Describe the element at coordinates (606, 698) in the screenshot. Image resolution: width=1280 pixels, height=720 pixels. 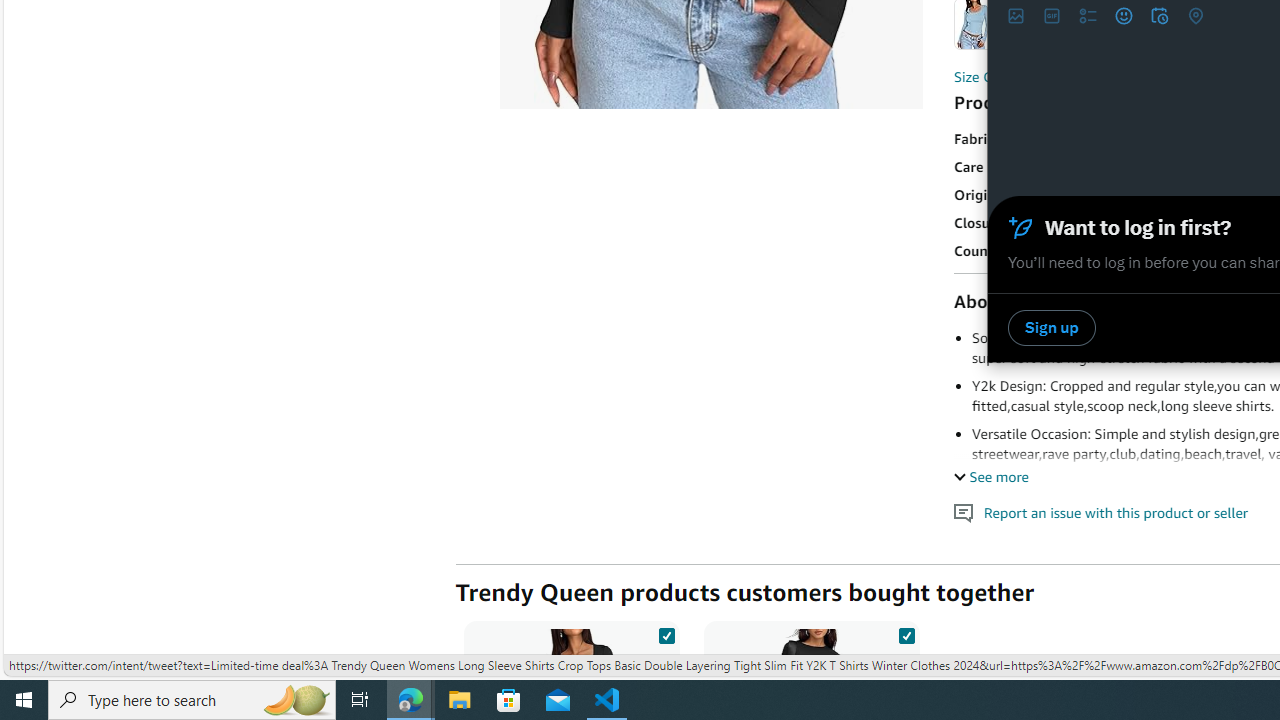
I see `'Visual Studio Code - 1 running window'` at that location.